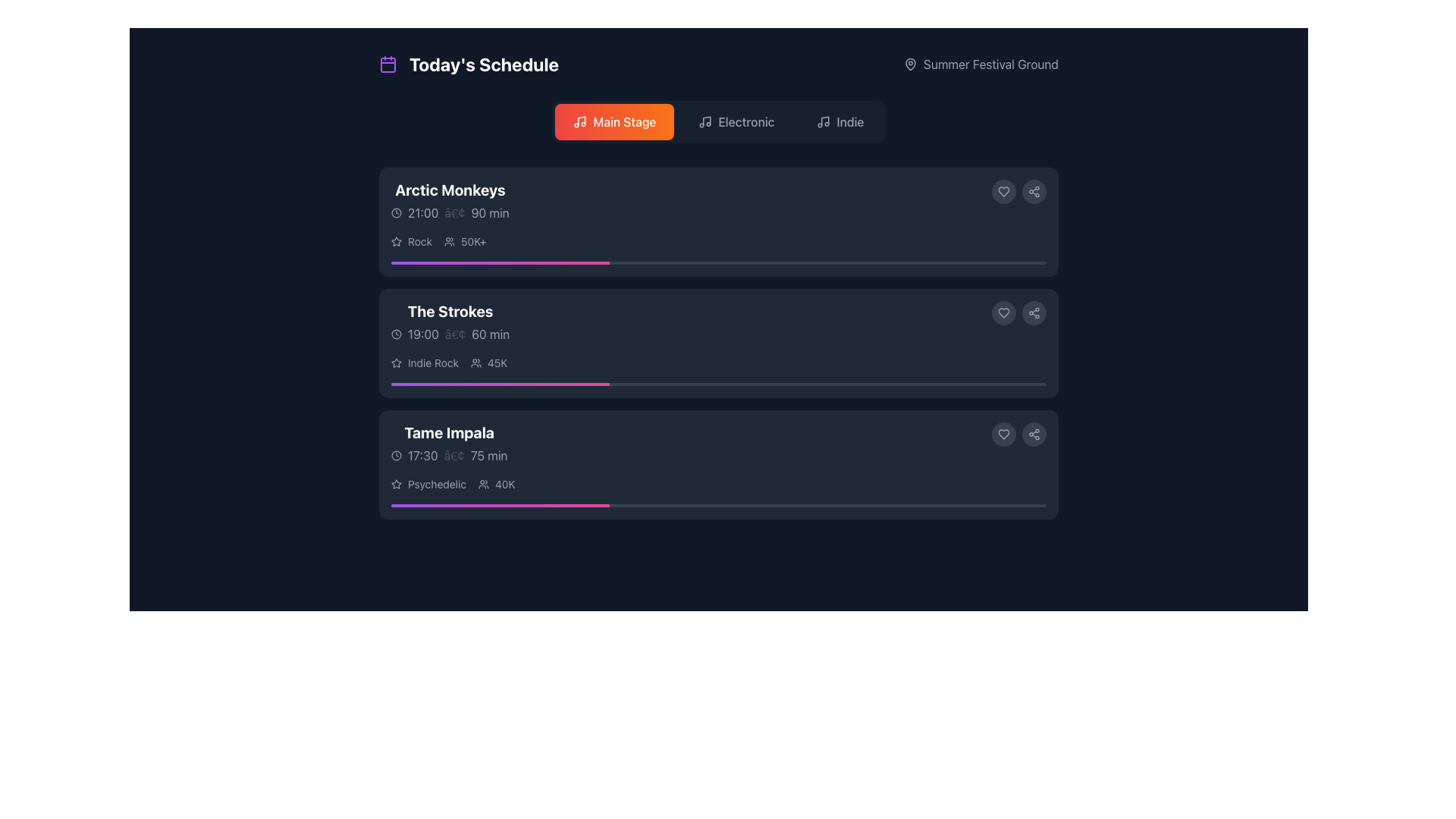 Image resolution: width=1456 pixels, height=819 pixels. Describe the element at coordinates (397, 333) in the screenshot. I see `the time indicator icon located at the beginning of the horizontal arrangement aligned with the text '19:00' for informational purposes` at that location.